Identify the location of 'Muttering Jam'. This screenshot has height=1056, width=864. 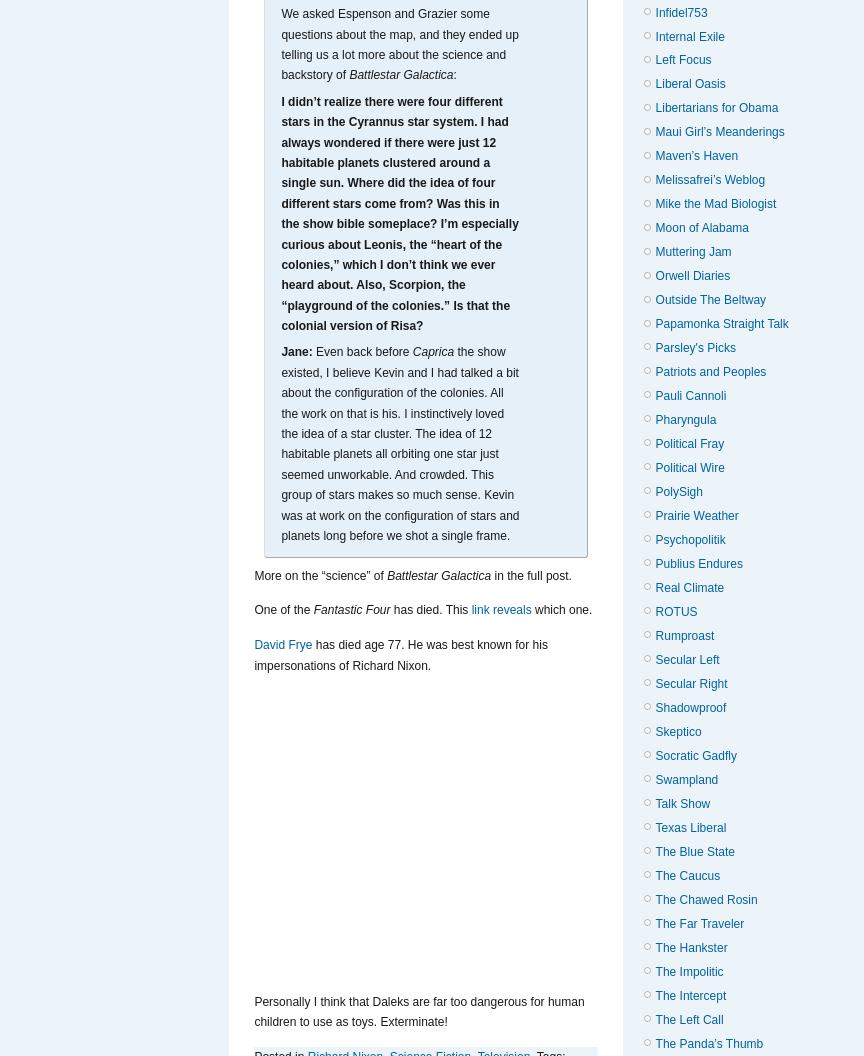
(693, 250).